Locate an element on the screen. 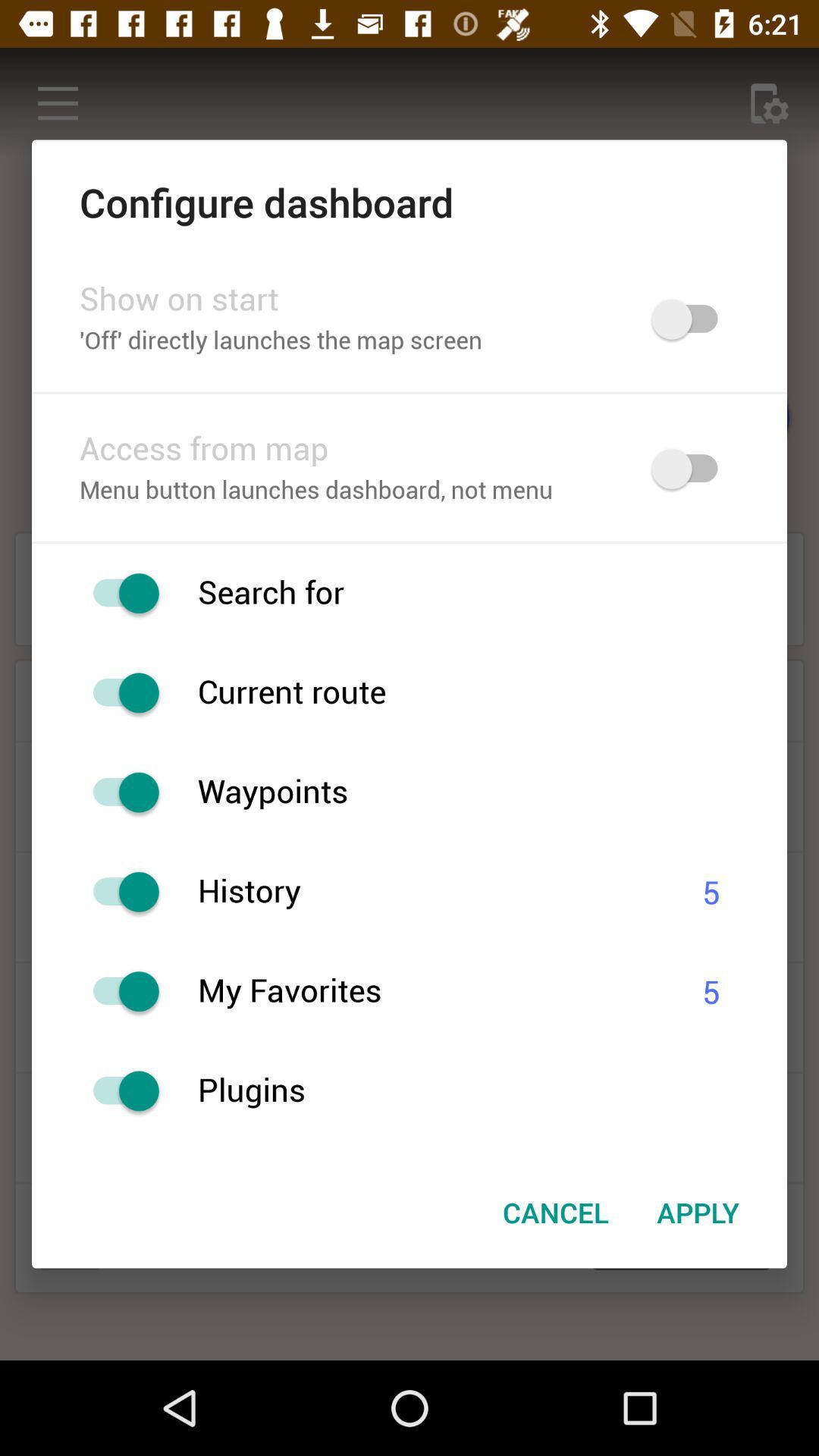 The image size is (819, 1456). the menu button launches item is located at coordinates (346, 491).